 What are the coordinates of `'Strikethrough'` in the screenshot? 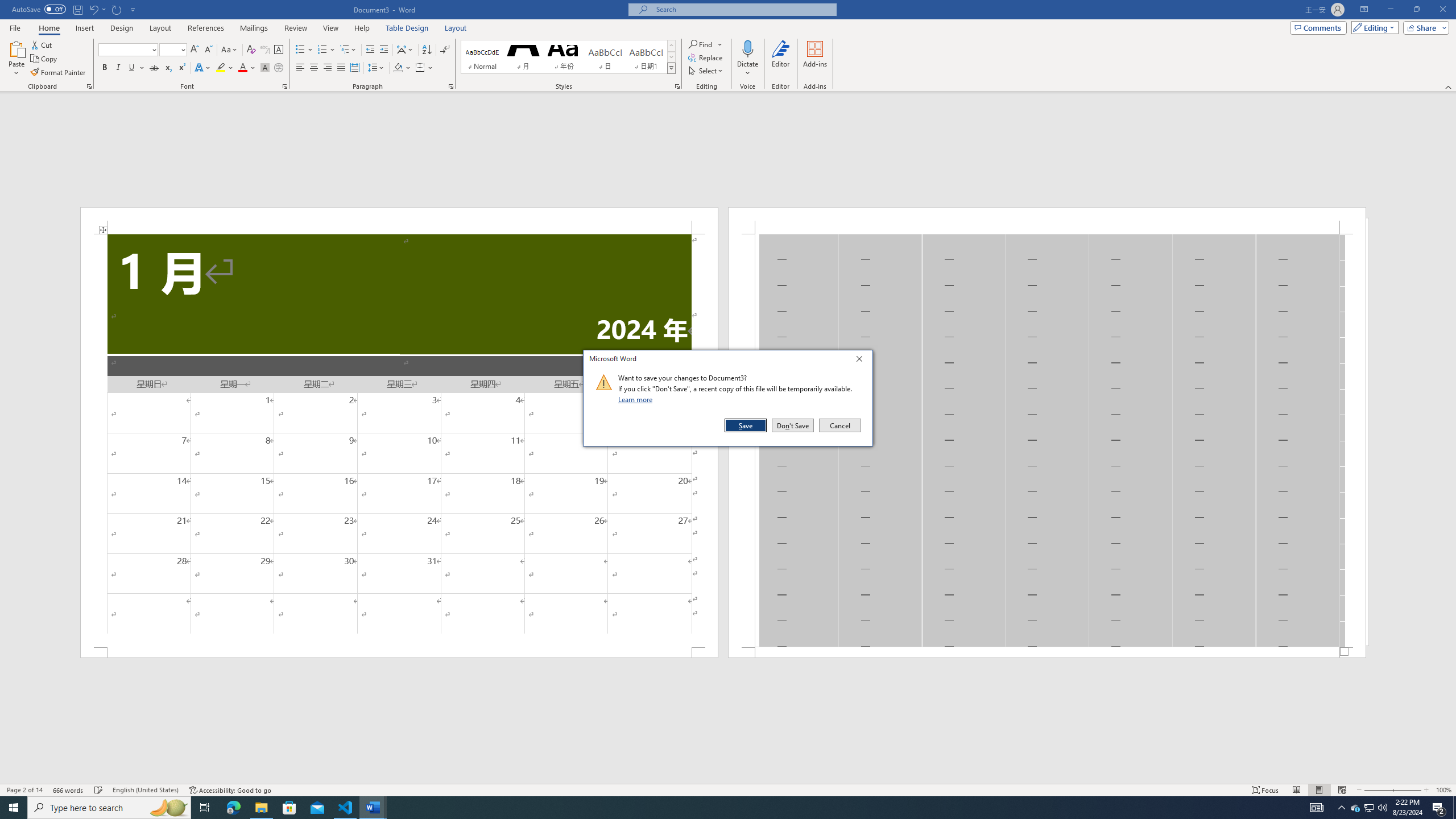 It's located at (154, 67).